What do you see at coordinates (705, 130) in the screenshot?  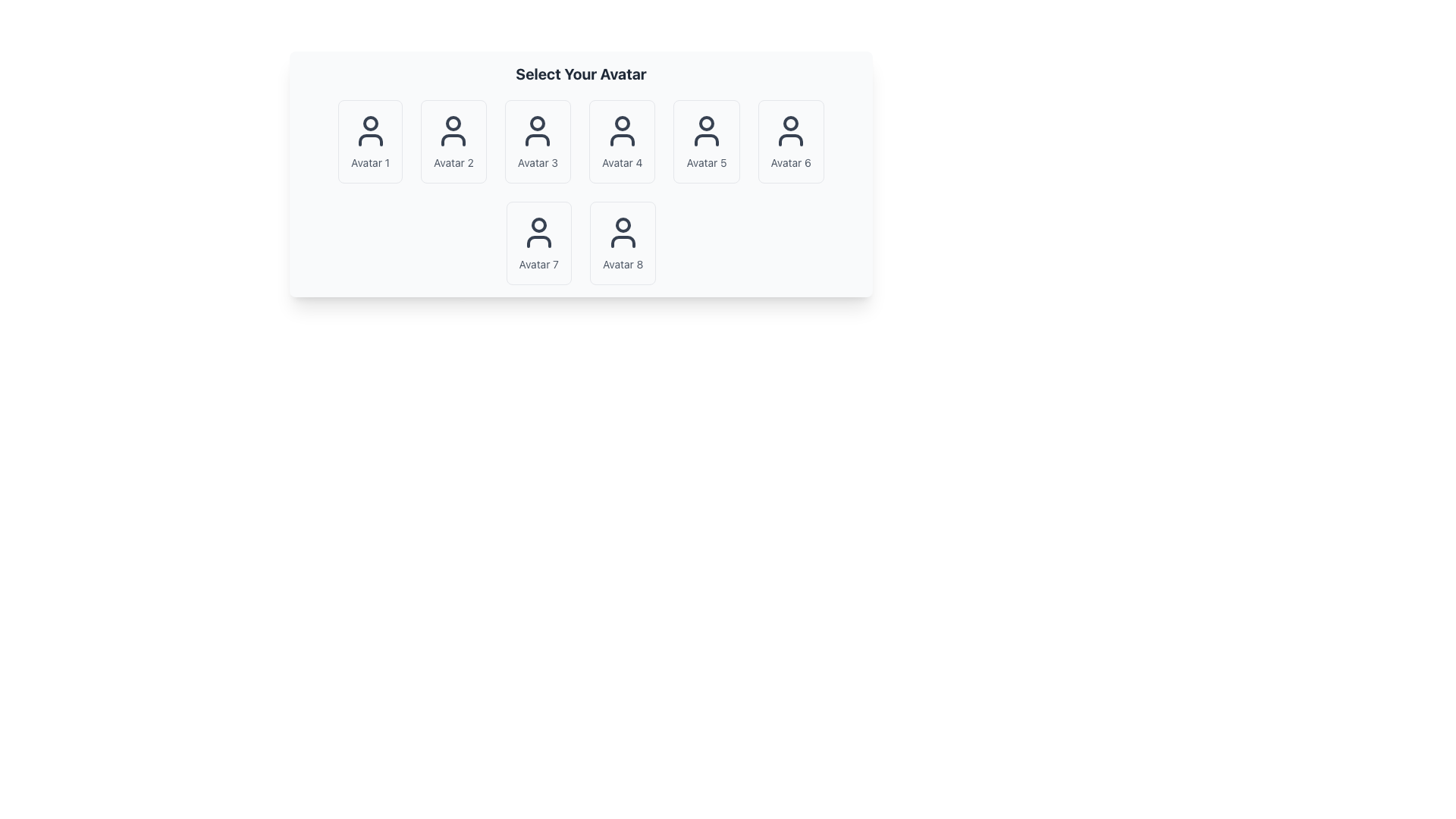 I see `the human figure icon representing Avatar 5` at bounding box center [705, 130].